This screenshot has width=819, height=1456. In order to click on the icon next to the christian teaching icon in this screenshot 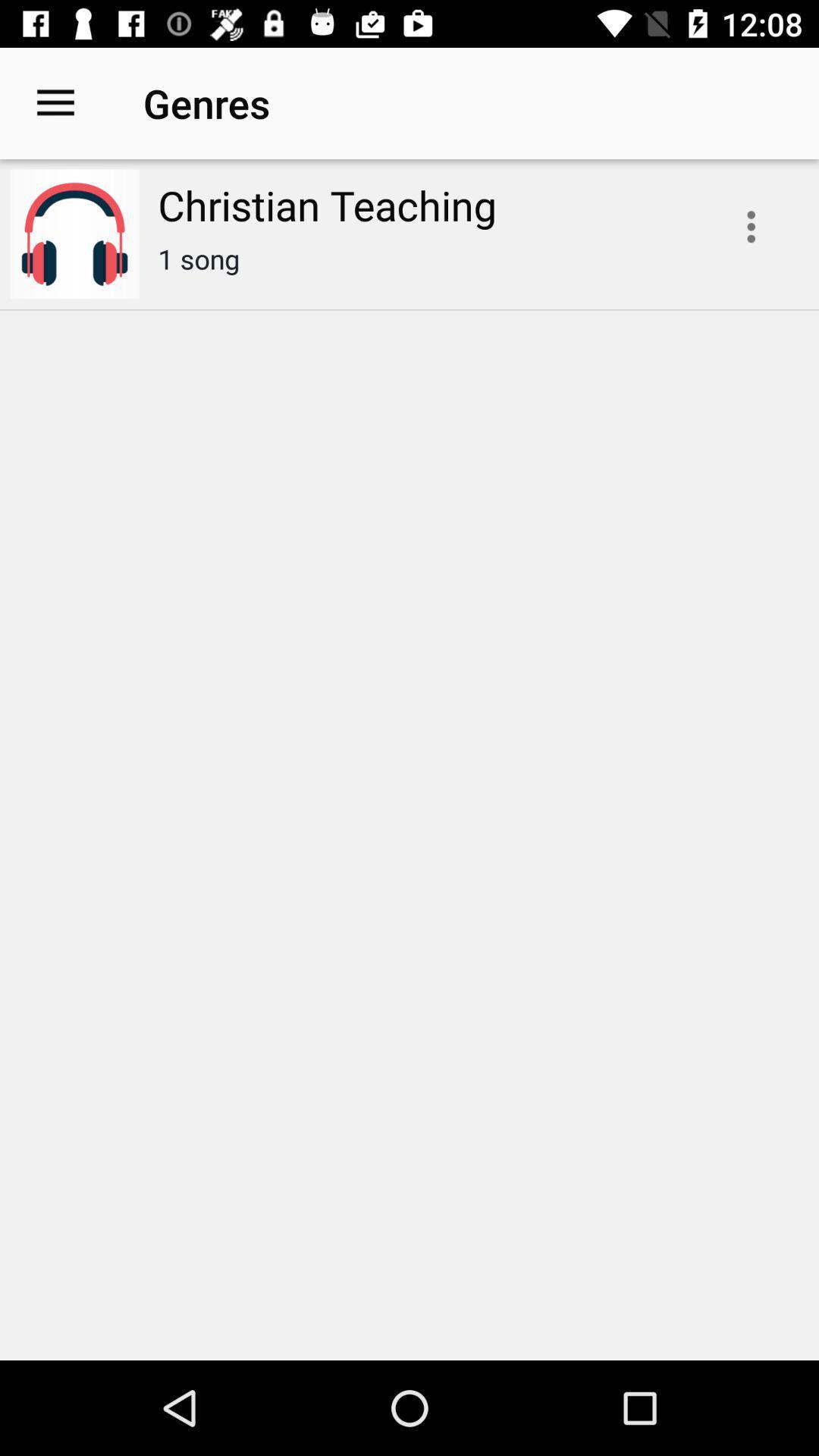, I will do `click(751, 226)`.